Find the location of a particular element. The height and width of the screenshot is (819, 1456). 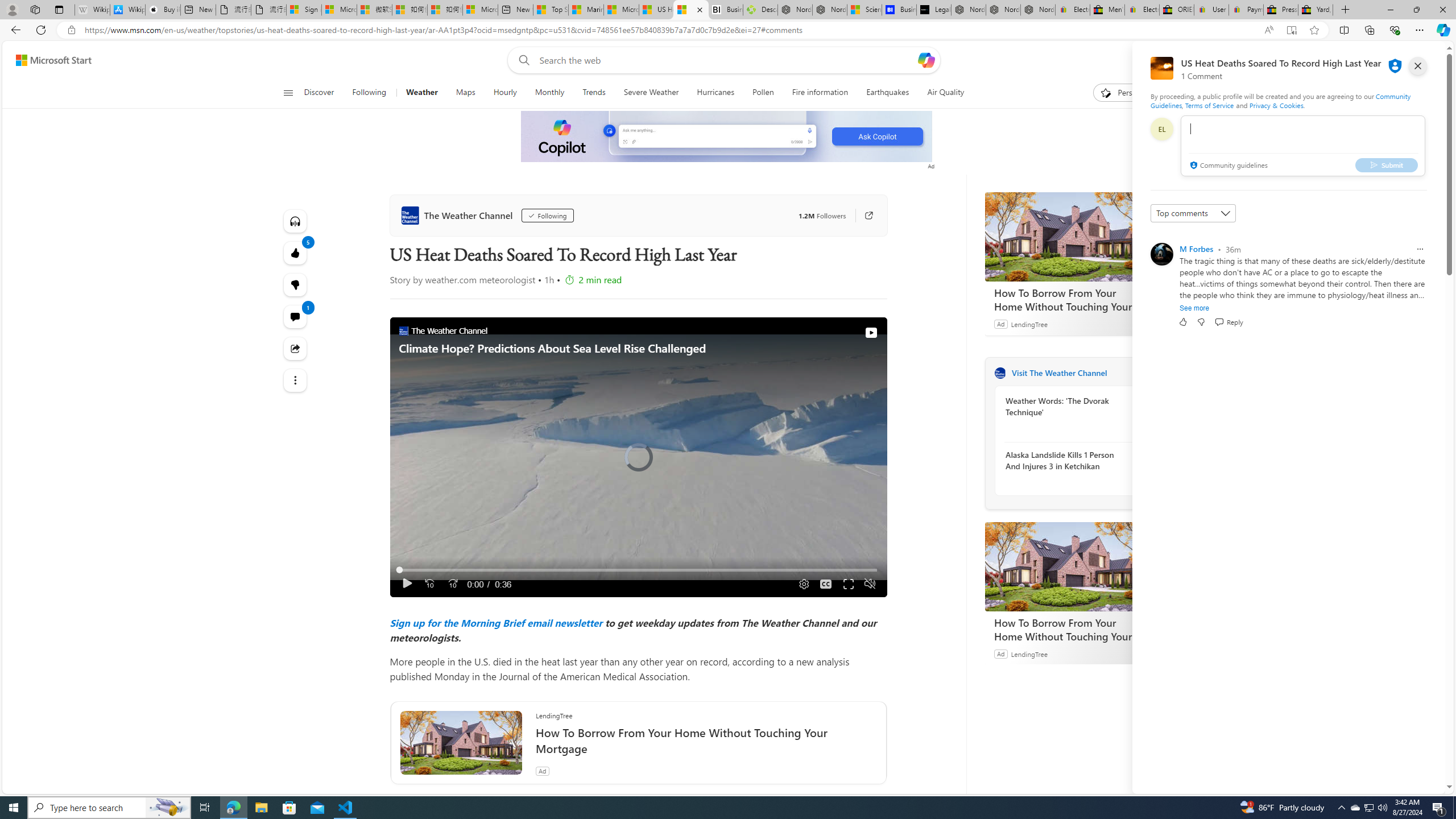

'Severe Weather' is located at coordinates (651, 92).